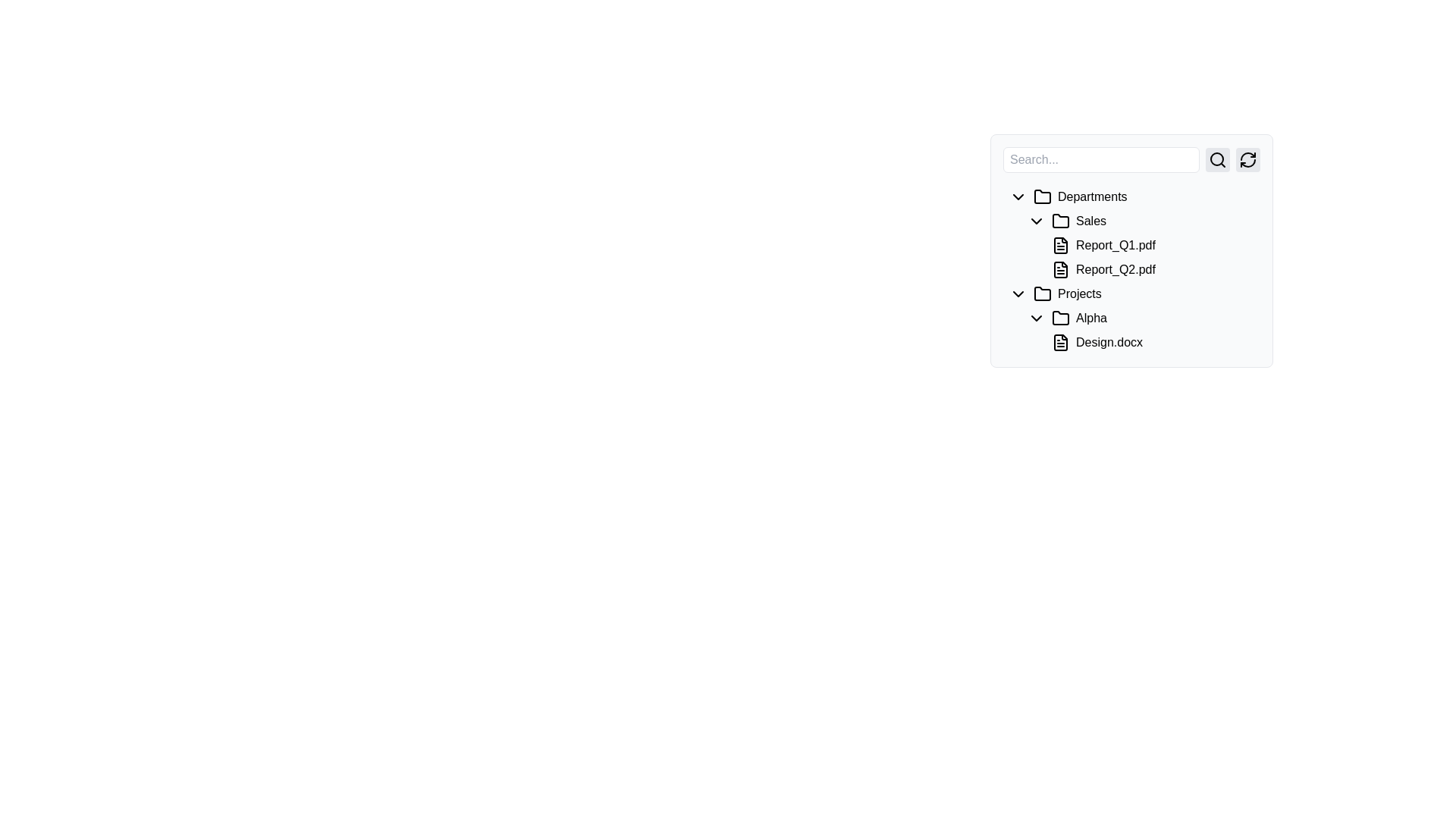 The width and height of the screenshot is (1456, 819). I want to click on the 'Projects' folder node in the tree view, so click(1131, 294).